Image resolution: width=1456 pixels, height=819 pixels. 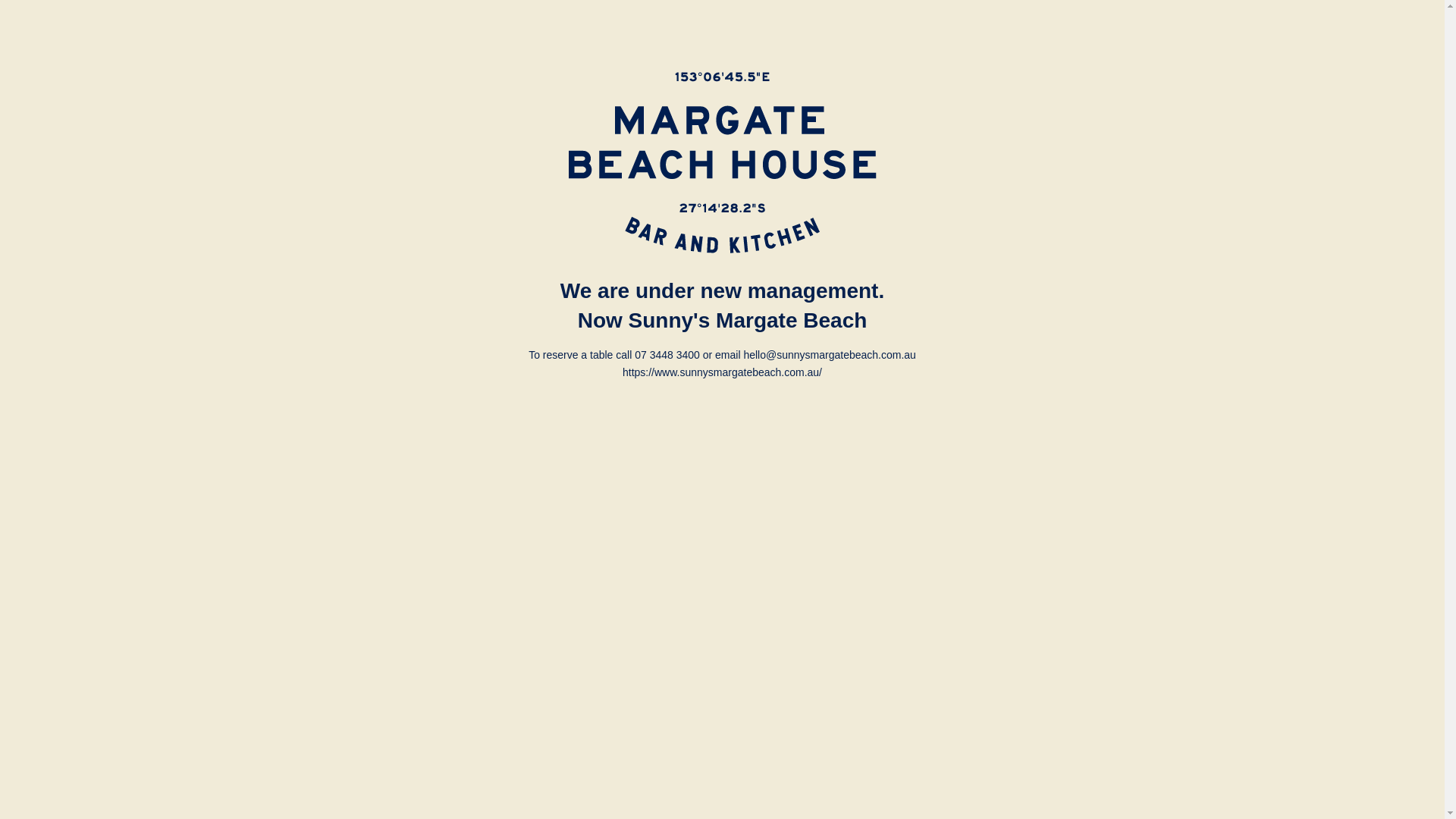 What do you see at coordinates (722, 162) in the screenshot?
I see `'Margate Beach House'` at bounding box center [722, 162].